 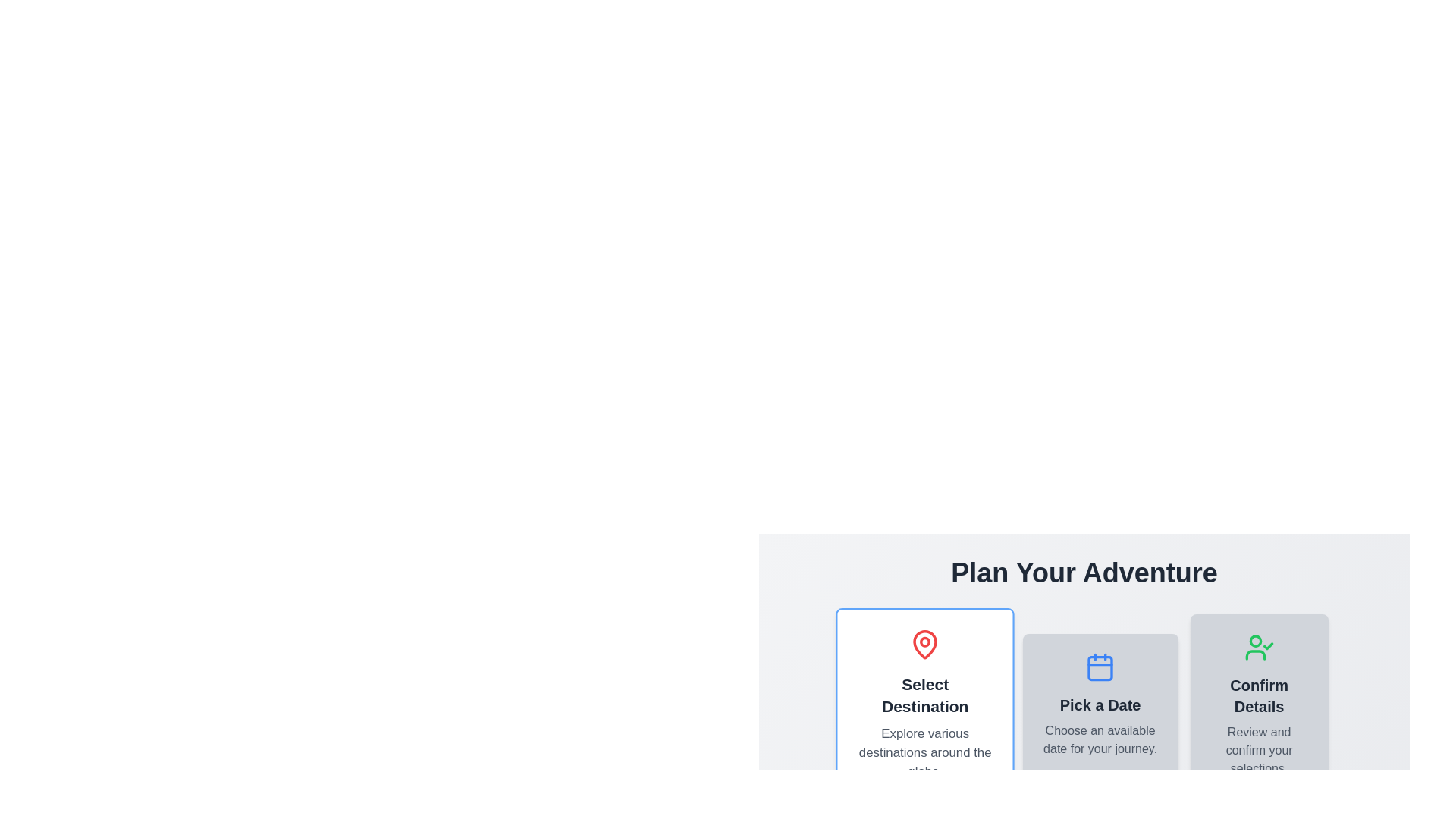 I want to click on the red map pin icon located at the top of the 'Select Destination' card under the title 'Plan Your Adventure', so click(x=924, y=645).